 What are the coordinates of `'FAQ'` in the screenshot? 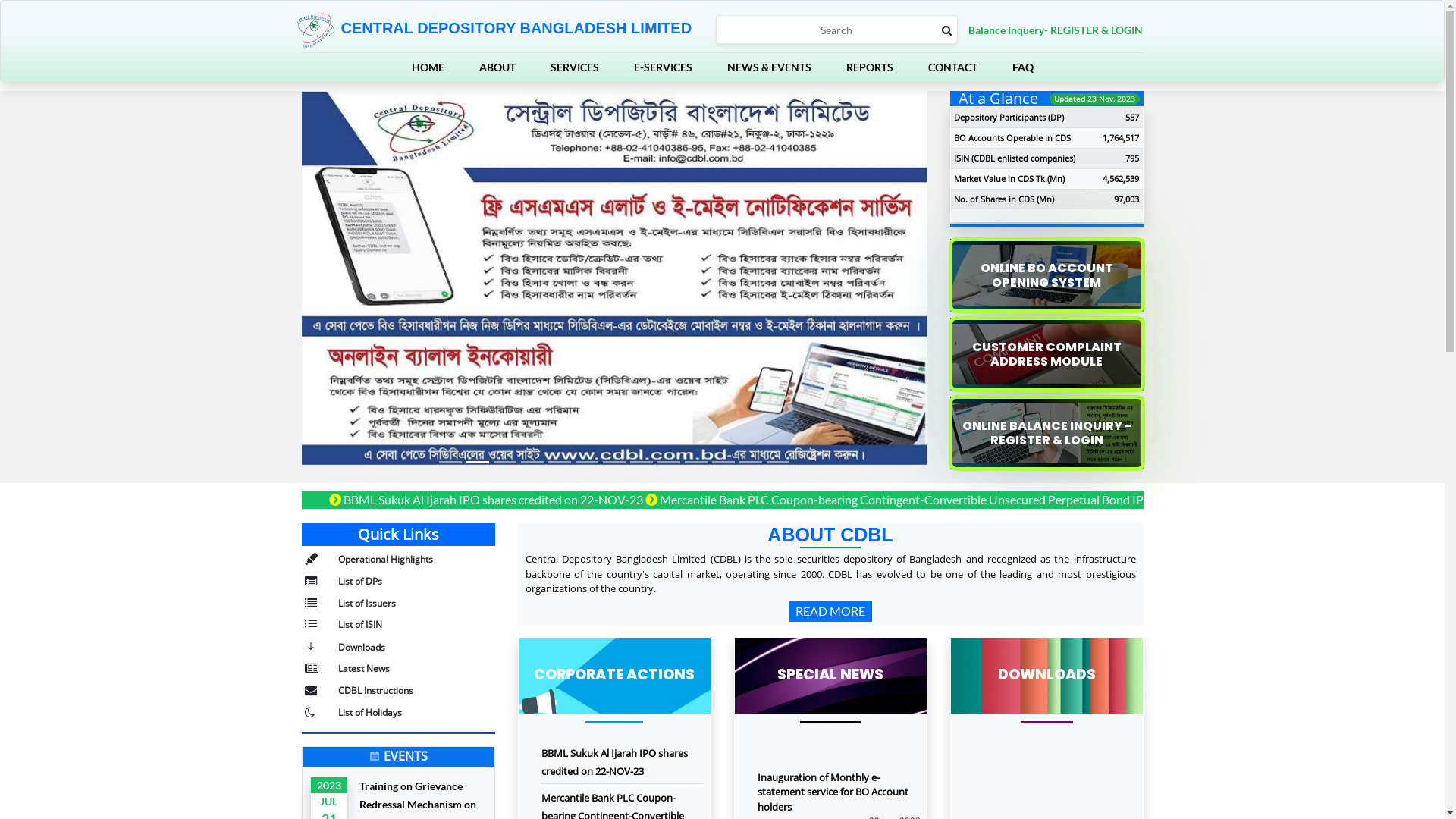 It's located at (1005, 66).